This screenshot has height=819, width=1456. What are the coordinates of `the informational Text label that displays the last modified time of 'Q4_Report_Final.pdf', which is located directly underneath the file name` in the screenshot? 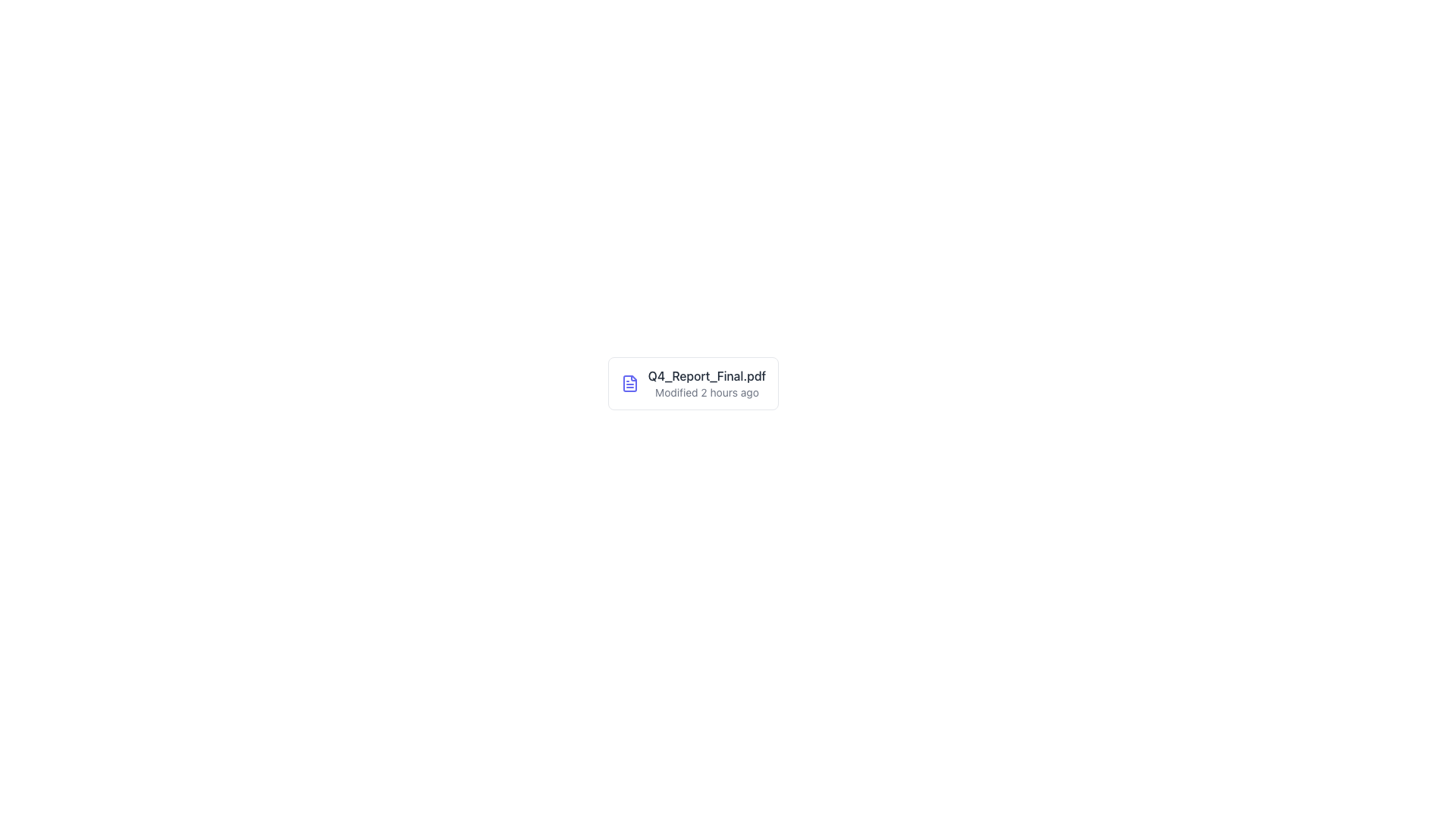 It's located at (706, 391).